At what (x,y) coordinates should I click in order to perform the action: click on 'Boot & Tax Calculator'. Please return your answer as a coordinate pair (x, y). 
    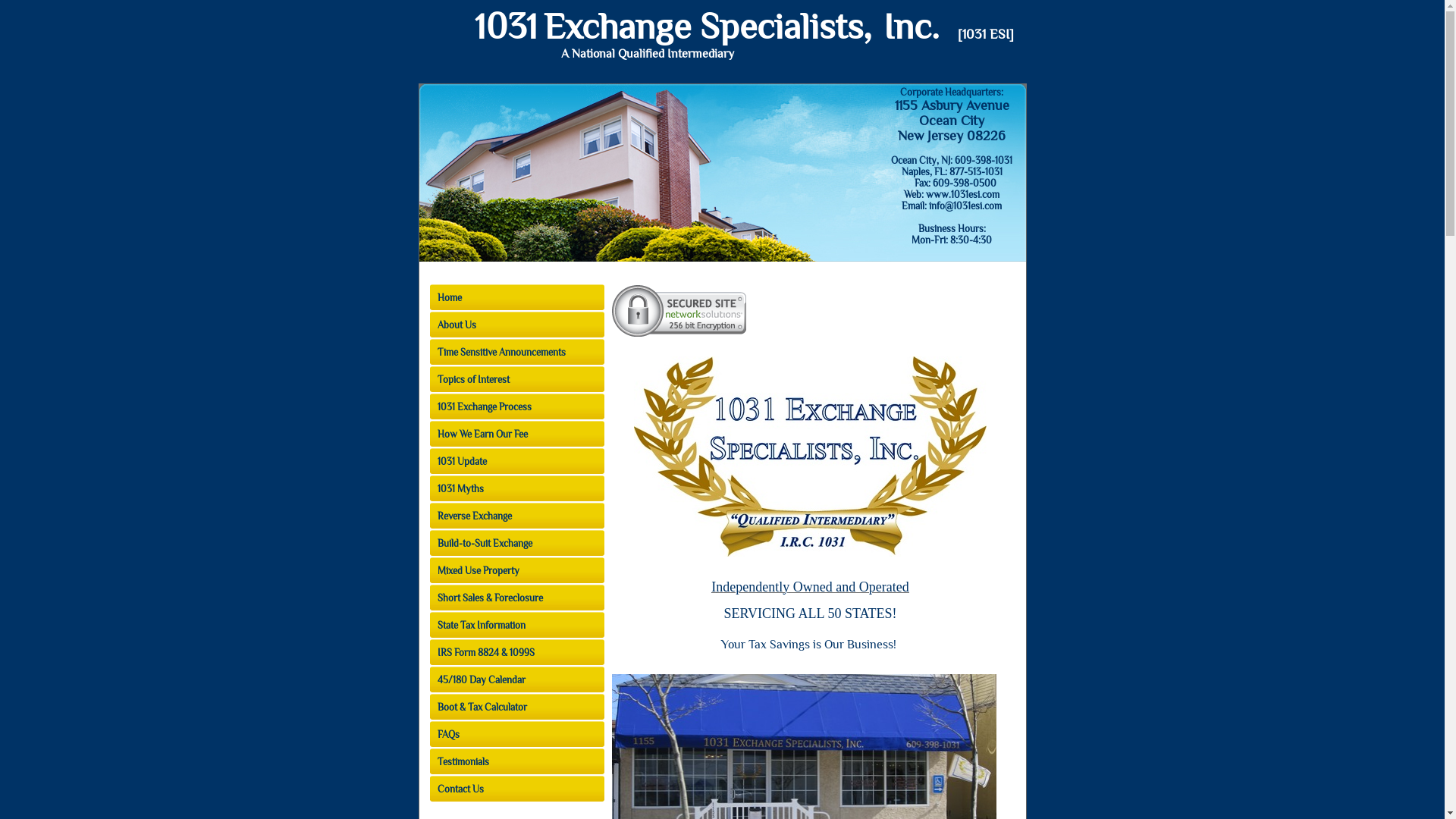
    Looking at the image, I should click on (516, 707).